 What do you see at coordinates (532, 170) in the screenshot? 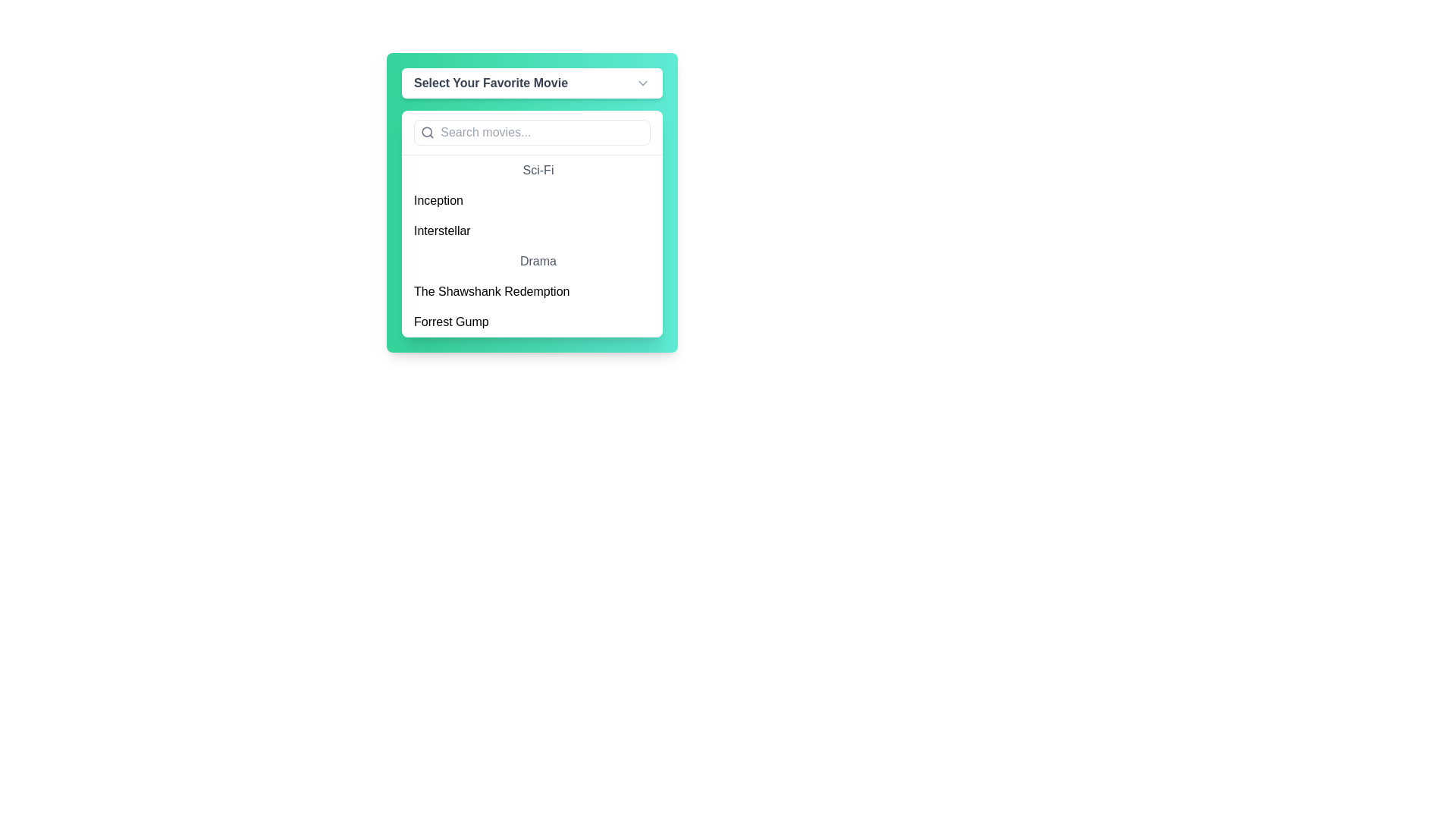
I see `the text label that categorizes items in the dropdown menu as part of the Sci-Fi genre, located above the entries 'Inception' and 'Interstellar'` at bounding box center [532, 170].